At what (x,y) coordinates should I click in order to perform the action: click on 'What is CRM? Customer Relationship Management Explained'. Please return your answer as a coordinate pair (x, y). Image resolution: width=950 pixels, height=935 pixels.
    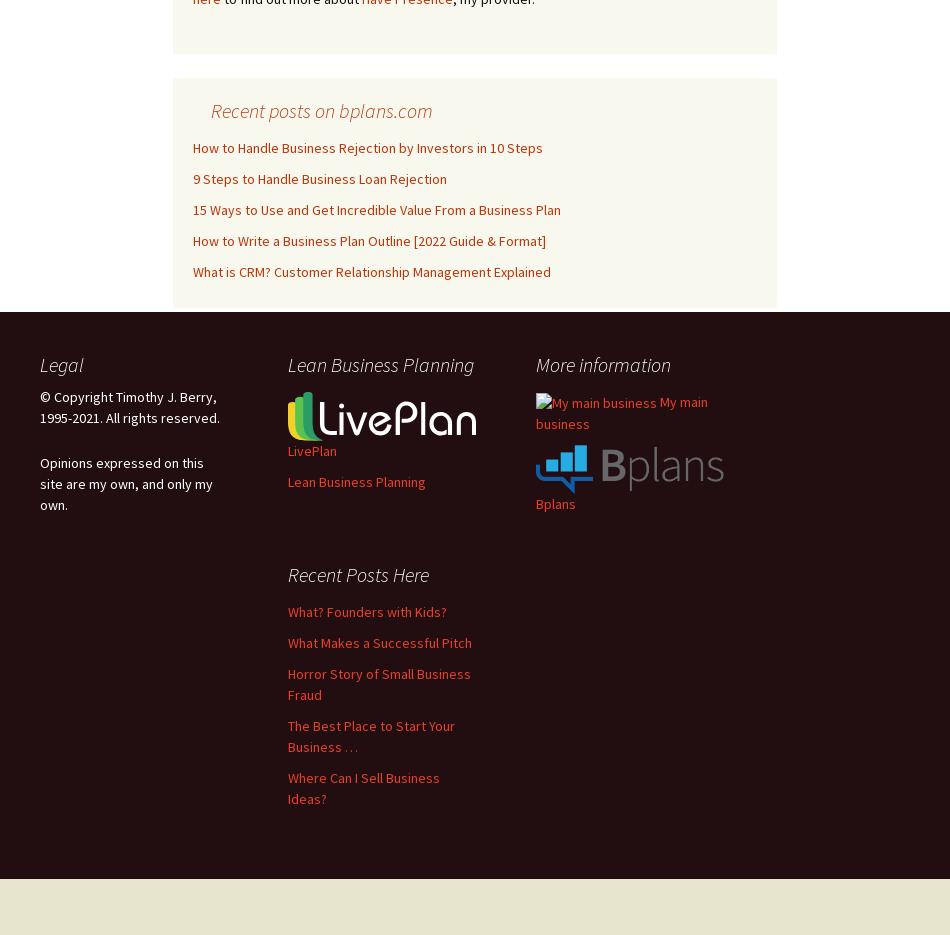
    Looking at the image, I should click on (371, 269).